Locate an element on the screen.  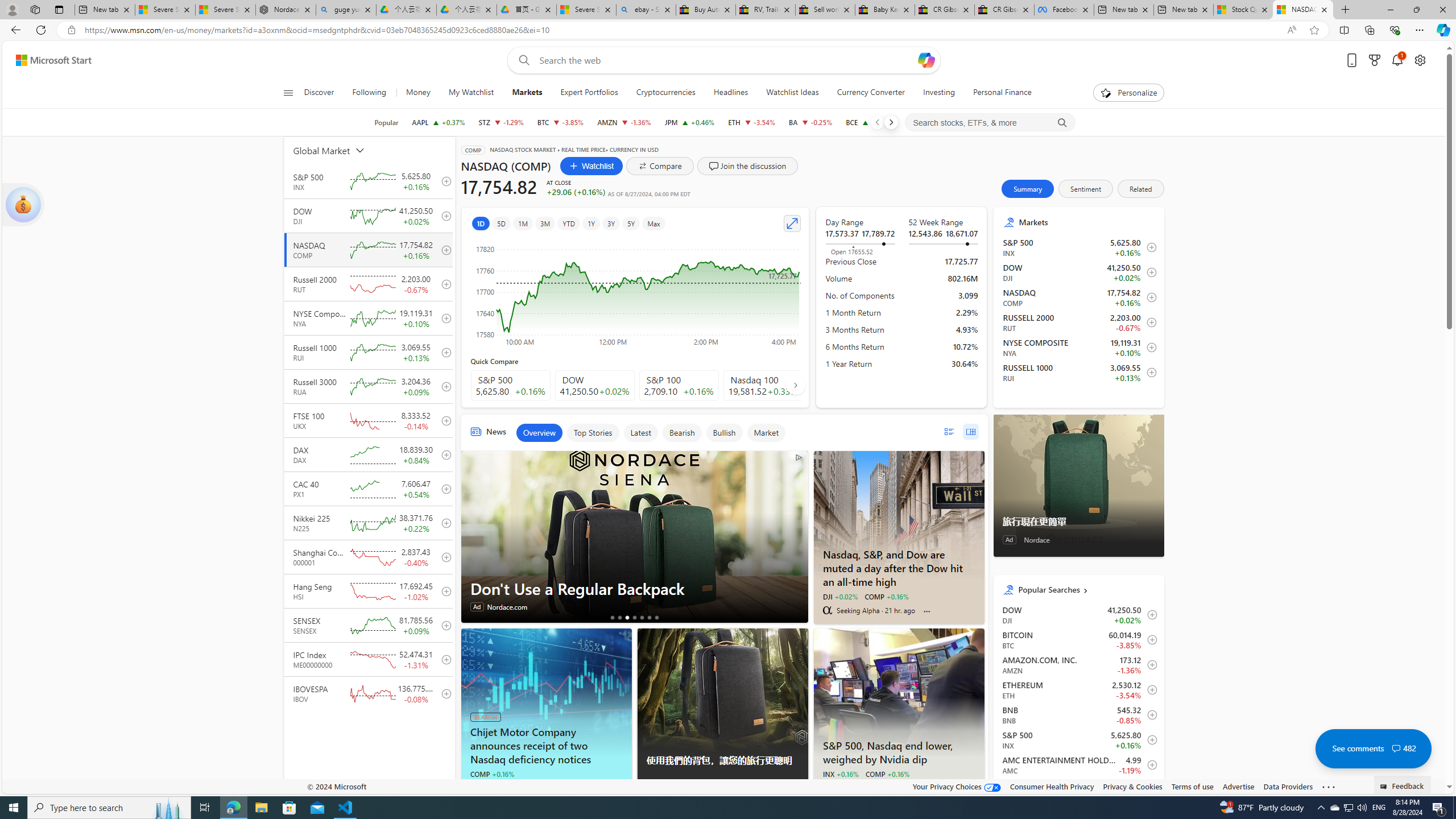
'Address and search bar' is located at coordinates (681, 30).